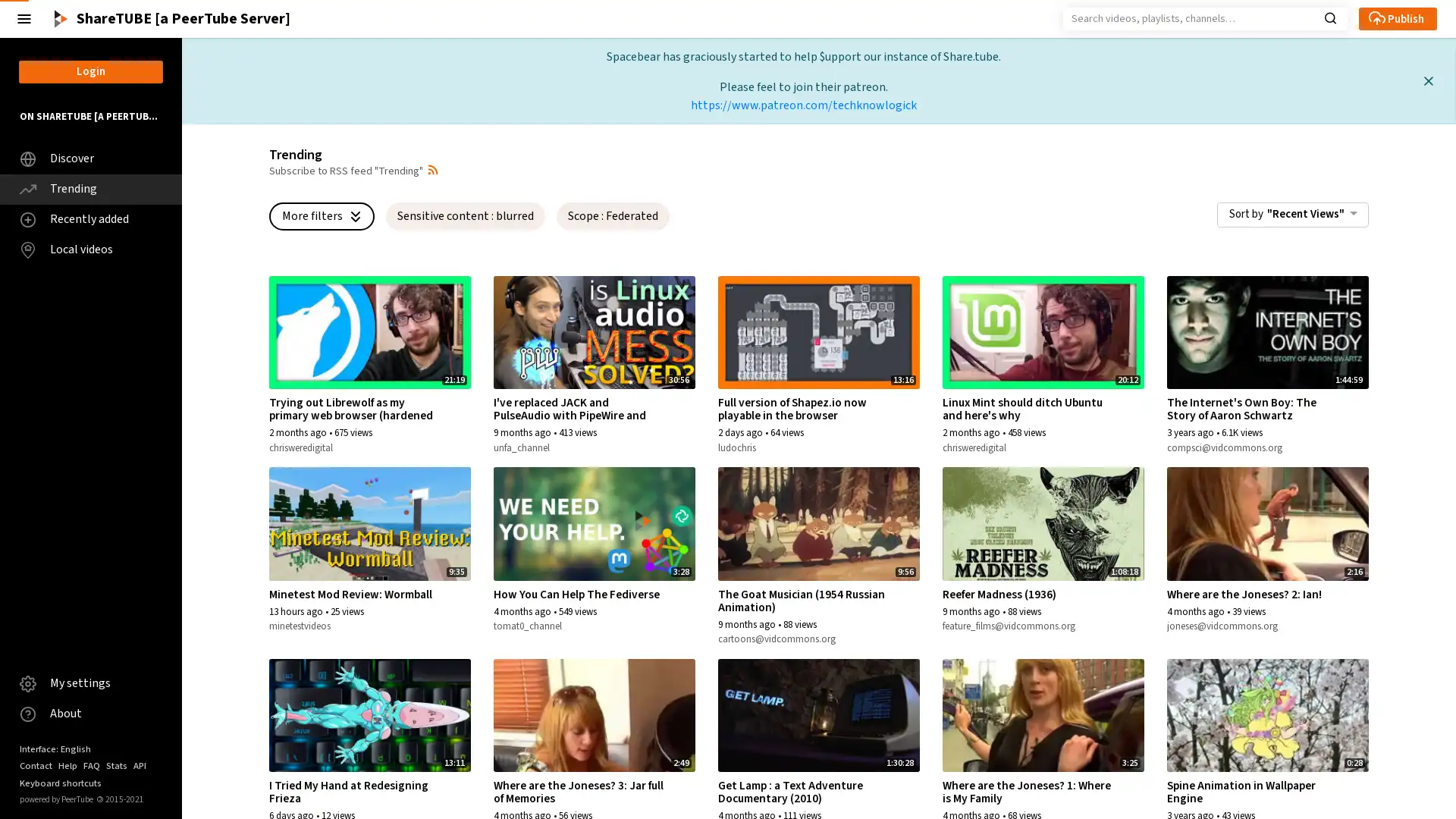 This screenshot has width=1456, height=819. Describe the element at coordinates (55, 748) in the screenshot. I see `Interface: English` at that location.